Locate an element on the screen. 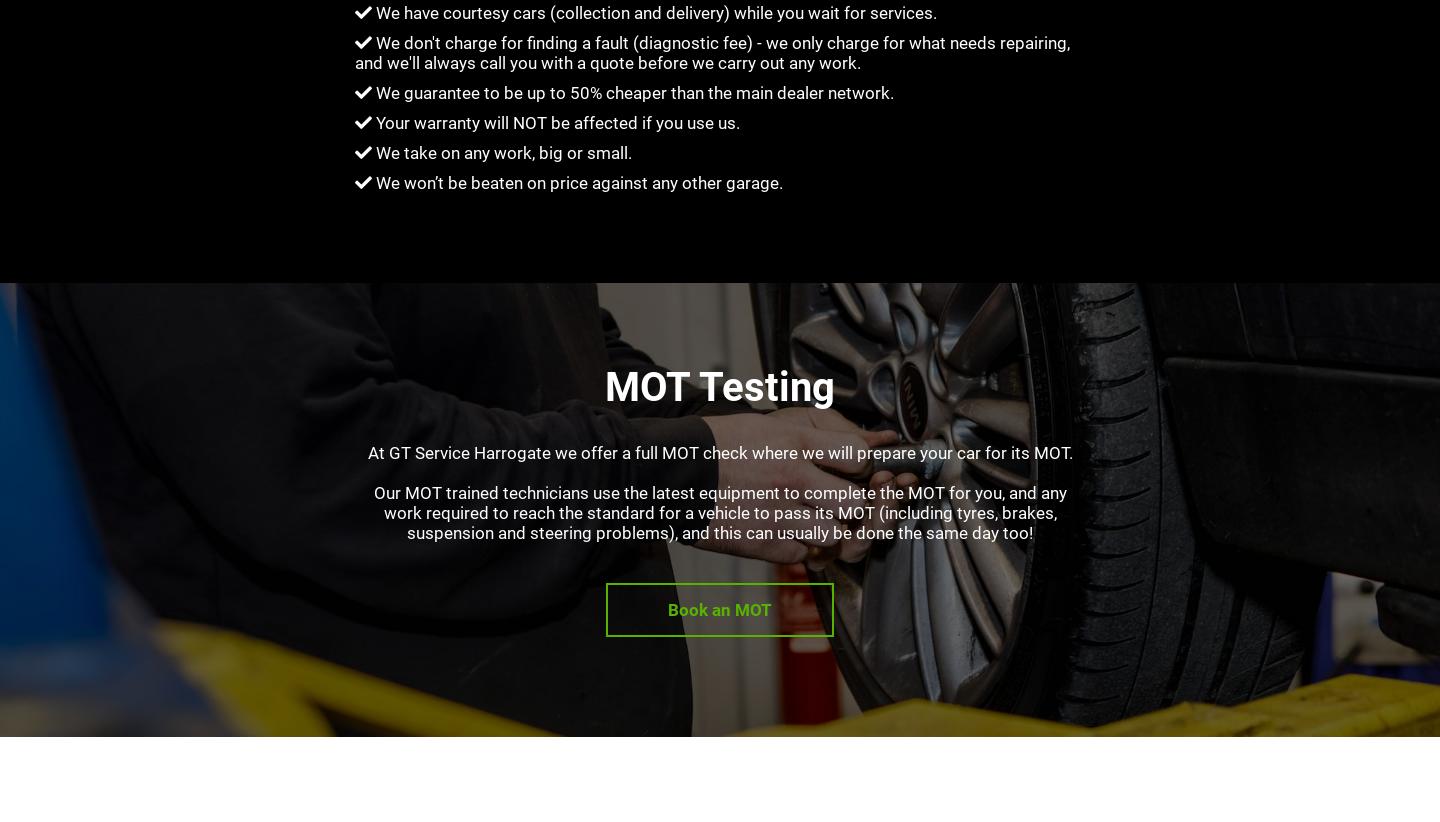 This screenshot has height=822, width=1440. 'We guarantee to be up to 50% cheaper than the main dealer network.' is located at coordinates (370, 90).